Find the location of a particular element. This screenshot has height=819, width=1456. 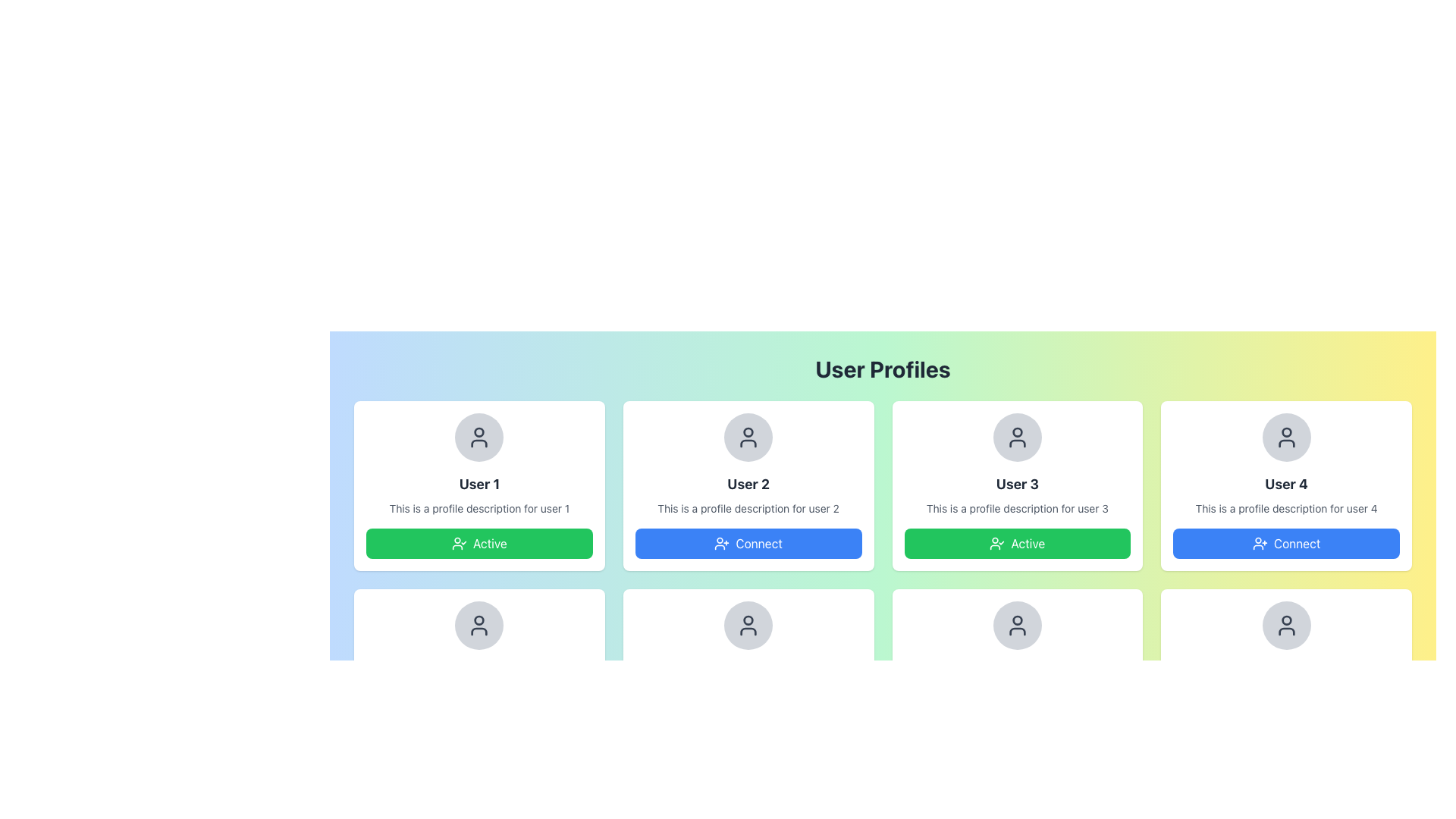

text from the title label of the user represented by the third card in the top row of user profile cards, which is centrally located above the user description text is located at coordinates (1017, 485).